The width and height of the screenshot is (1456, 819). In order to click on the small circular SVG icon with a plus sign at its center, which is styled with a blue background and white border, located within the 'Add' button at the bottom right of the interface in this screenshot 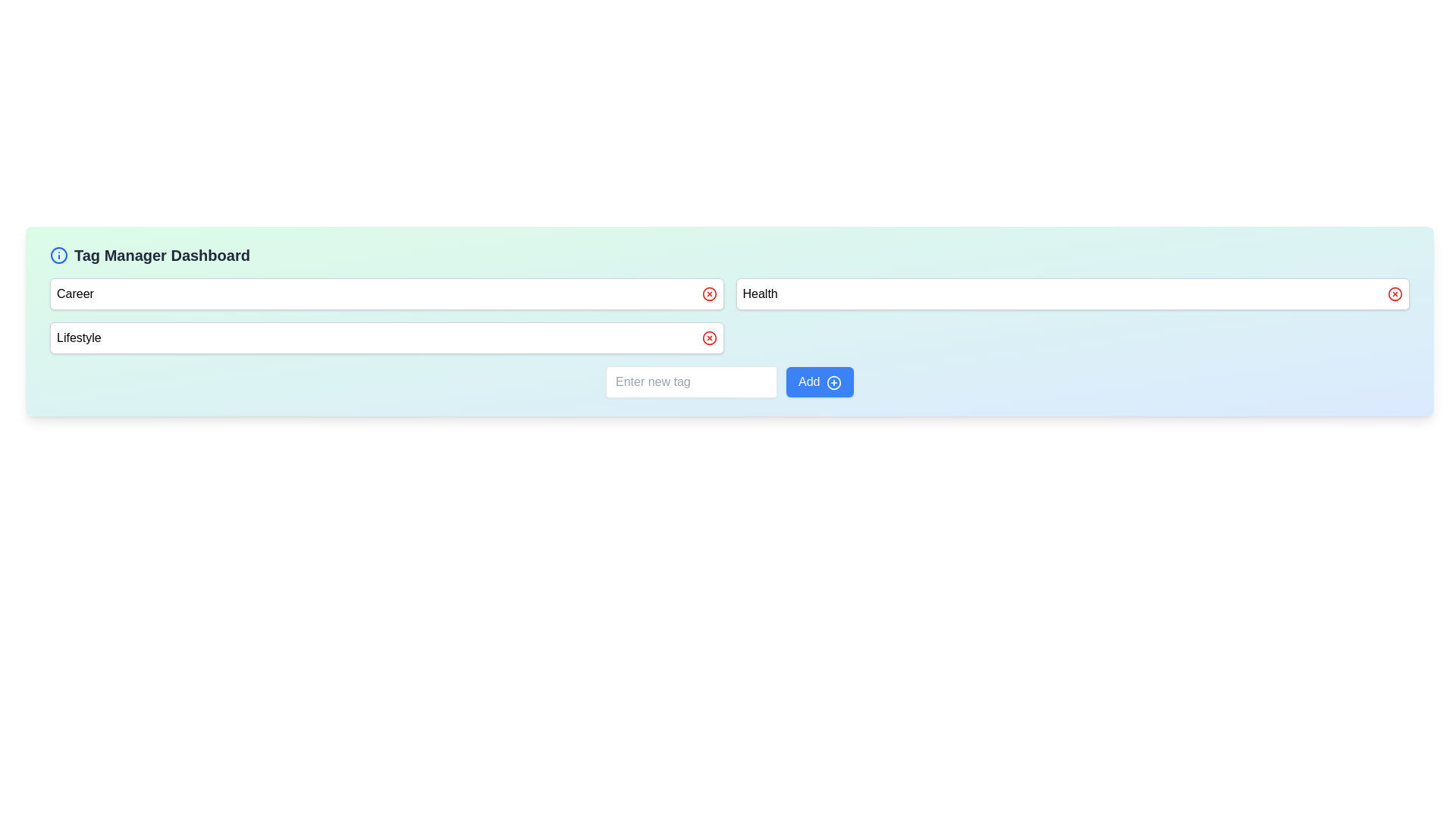, I will do `click(833, 381)`.